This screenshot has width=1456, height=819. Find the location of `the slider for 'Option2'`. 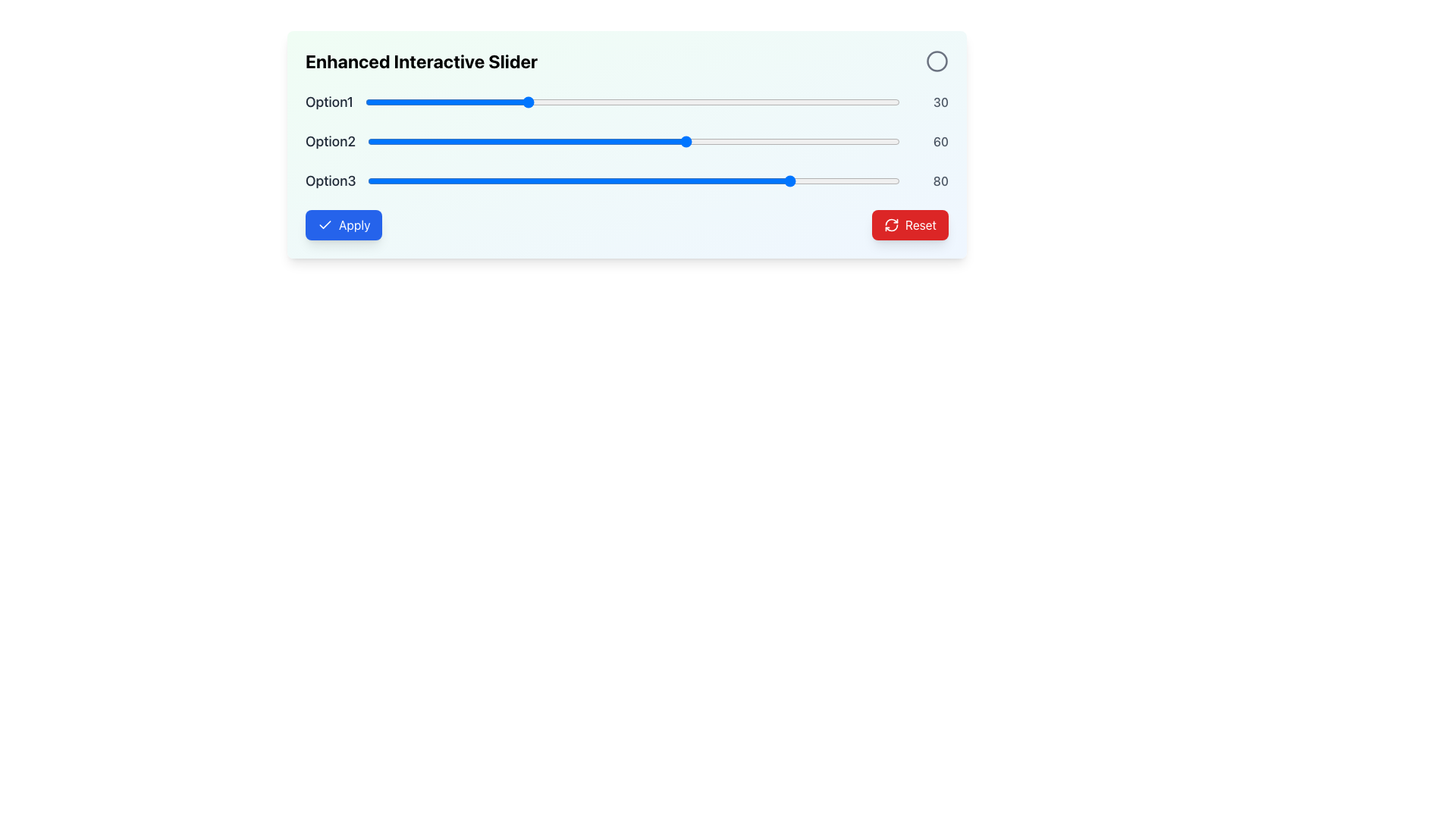

the slider for 'Option2' is located at coordinates (819, 141).